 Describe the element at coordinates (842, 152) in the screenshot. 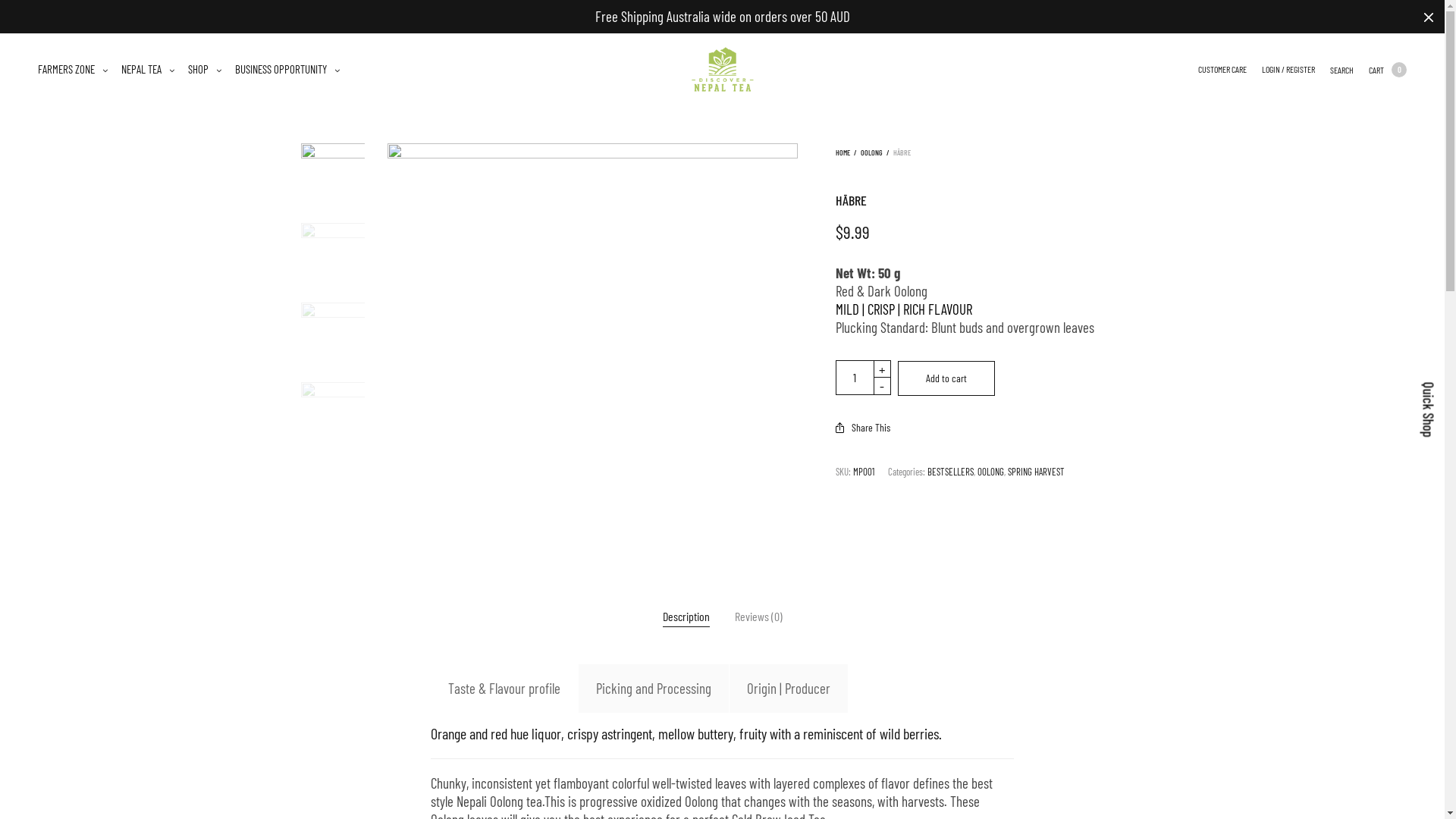

I see `'HOME'` at that location.